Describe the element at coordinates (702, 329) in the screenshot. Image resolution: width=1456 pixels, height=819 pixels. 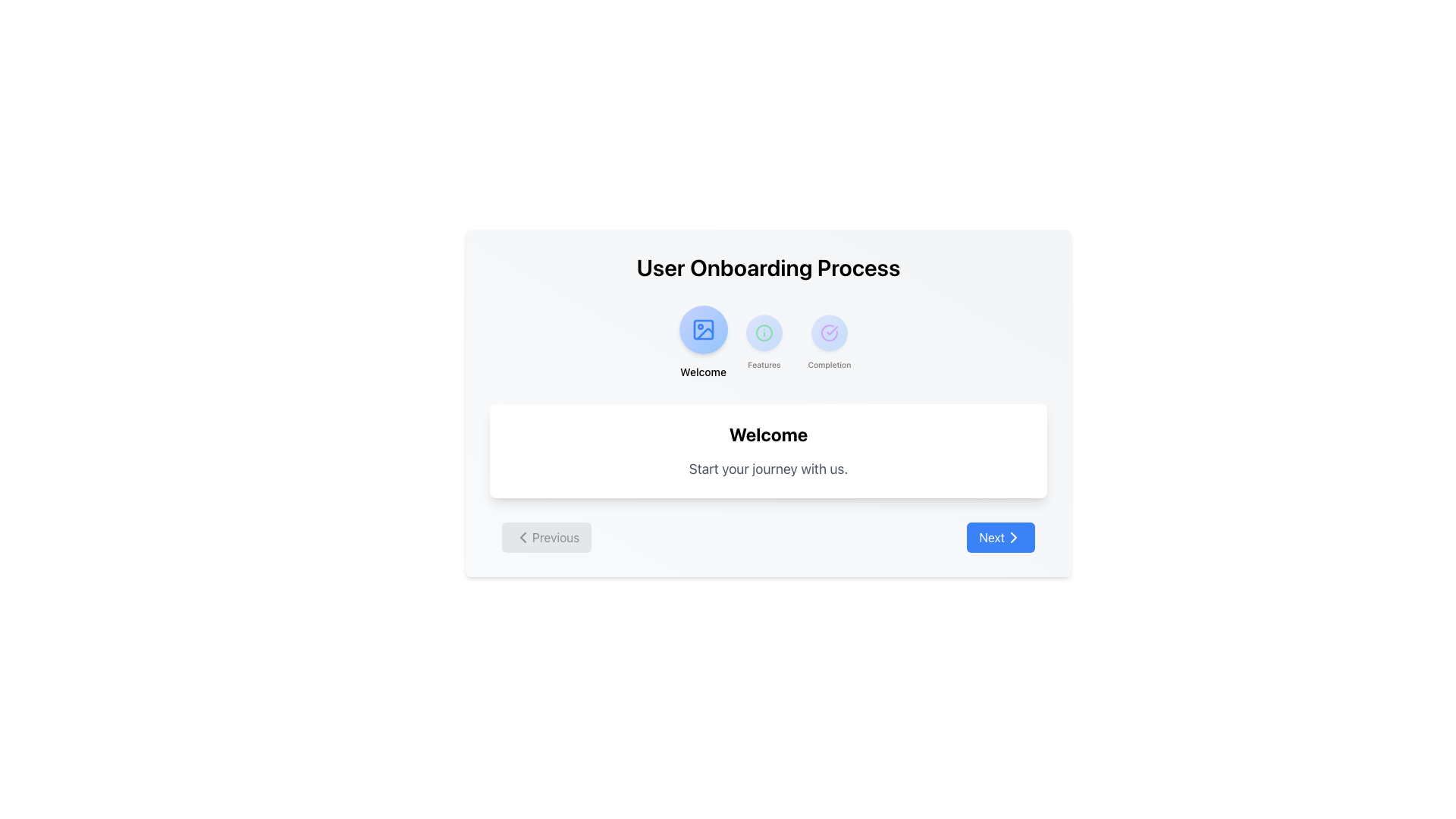
I see `the graphical icon background (rectangular) that serves as the base for the picture frame icon representing the 'Welcome' section in the onboarding process` at that location.